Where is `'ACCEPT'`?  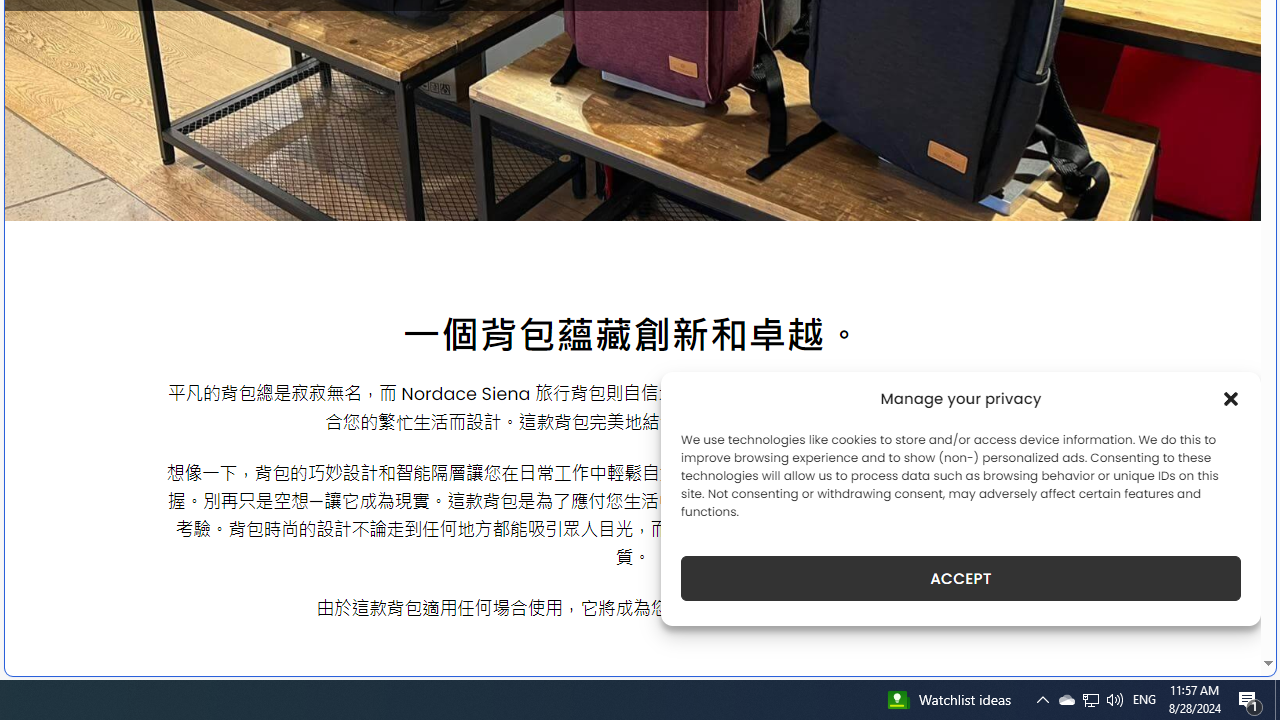 'ACCEPT' is located at coordinates (961, 578).